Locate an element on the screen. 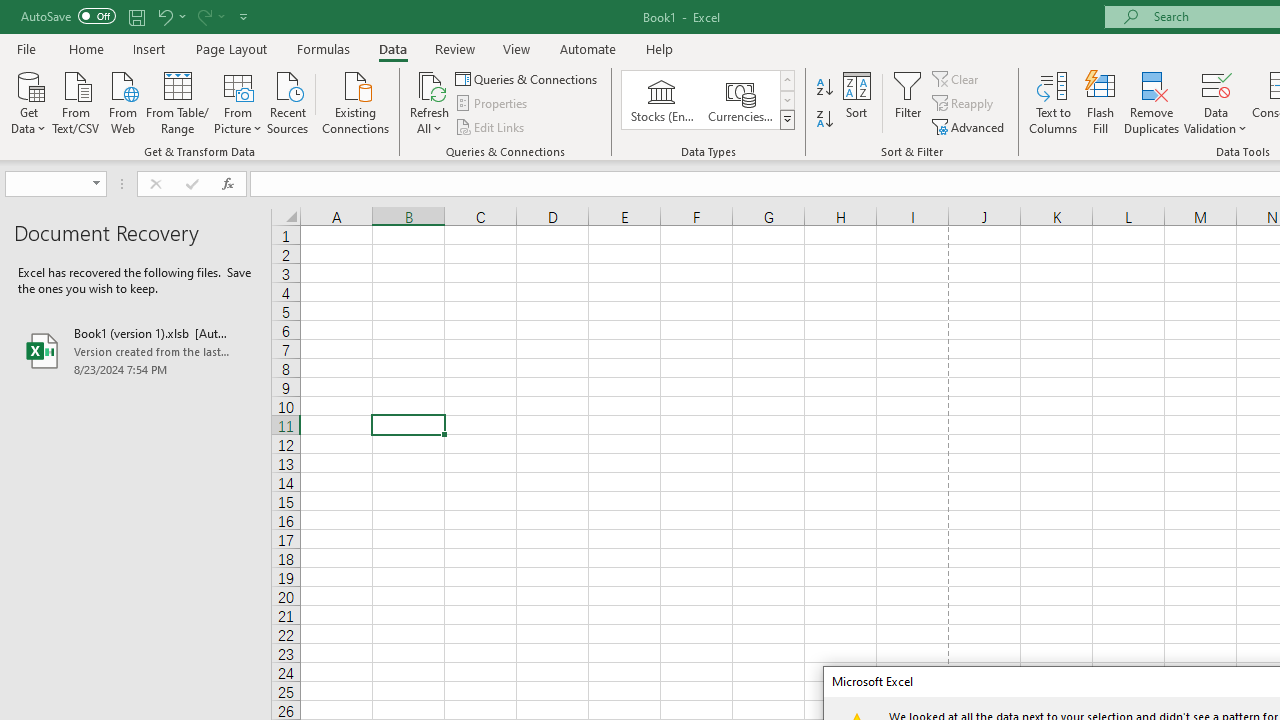 This screenshot has width=1280, height=720. 'From Picture' is located at coordinates (238, 101).